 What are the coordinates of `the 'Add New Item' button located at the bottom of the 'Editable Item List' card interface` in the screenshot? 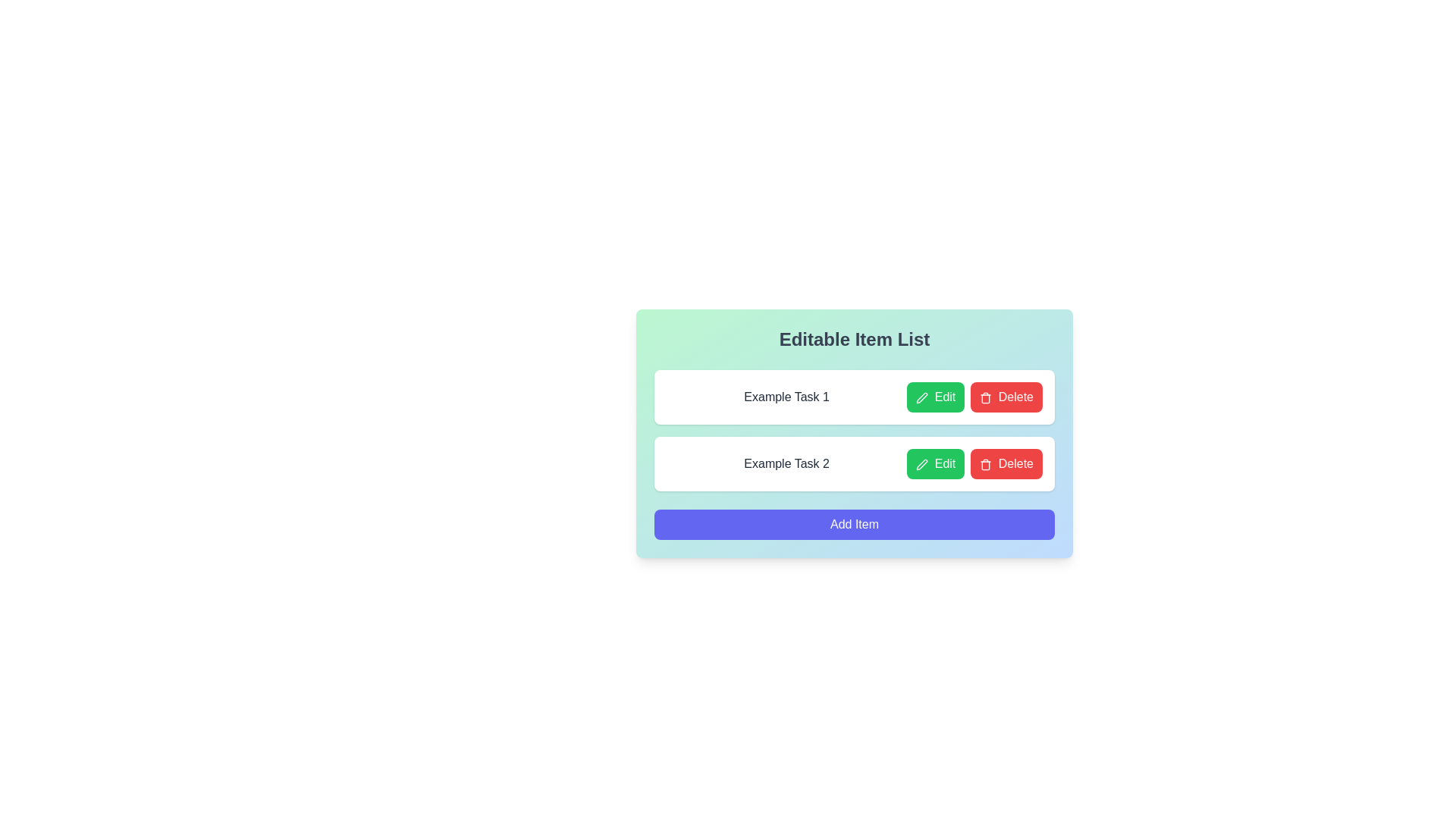 It's located at (855, 523).